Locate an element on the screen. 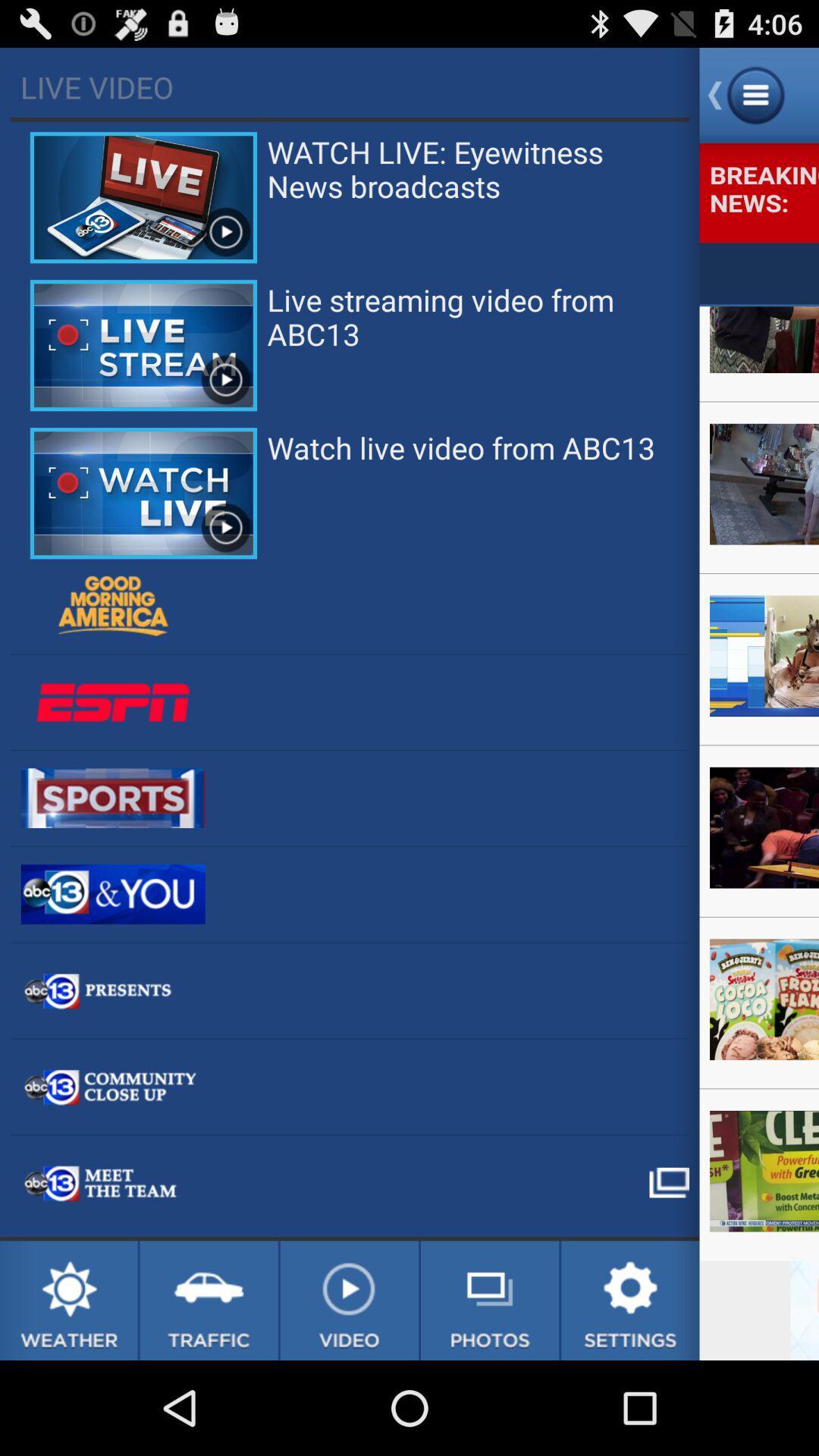 This screenshot has height=1456, width=819. settings button is located at coordinates (630, 1300).